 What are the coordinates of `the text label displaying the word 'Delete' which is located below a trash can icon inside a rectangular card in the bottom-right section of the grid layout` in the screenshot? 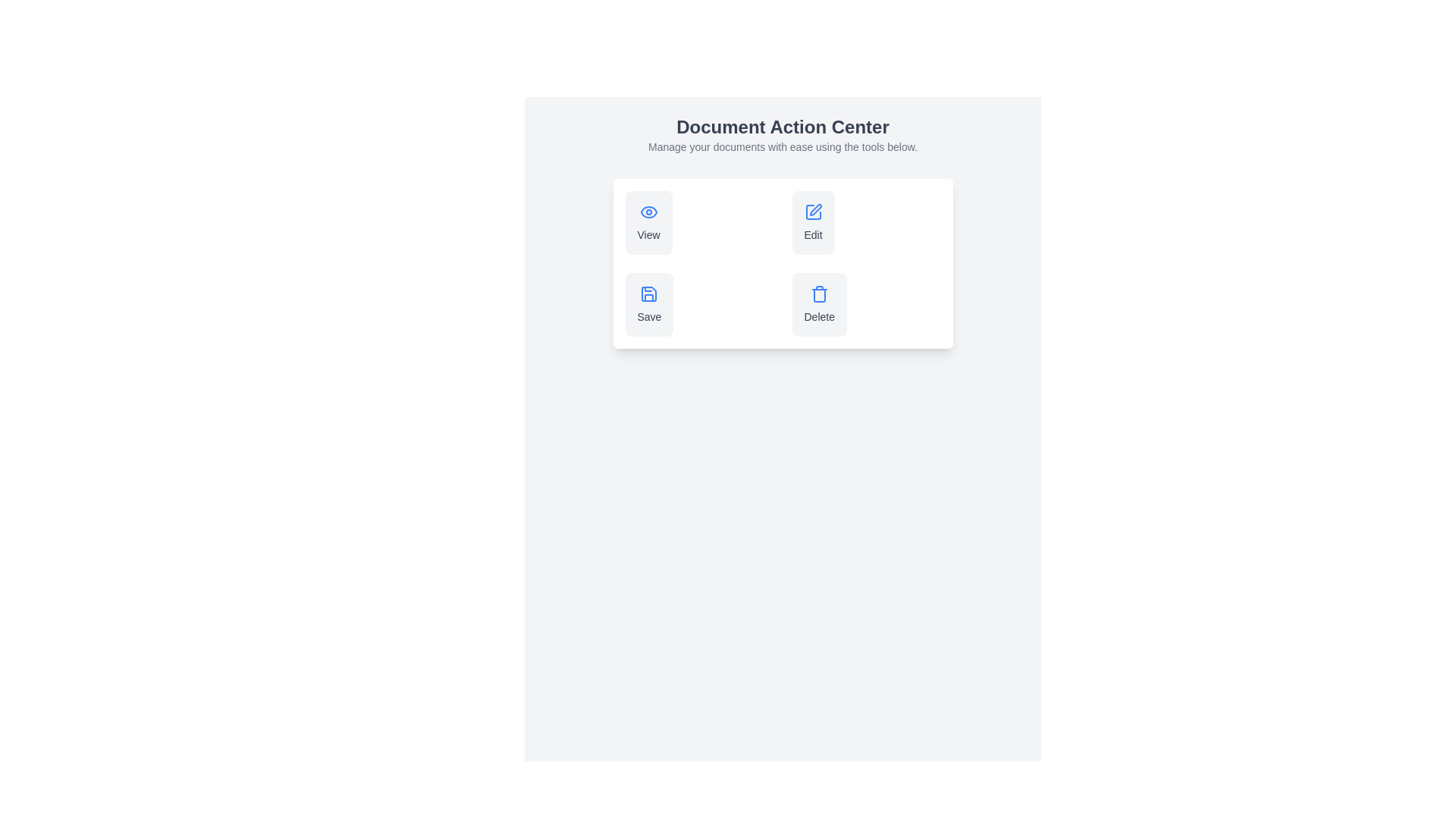 It's located at (818, 315).